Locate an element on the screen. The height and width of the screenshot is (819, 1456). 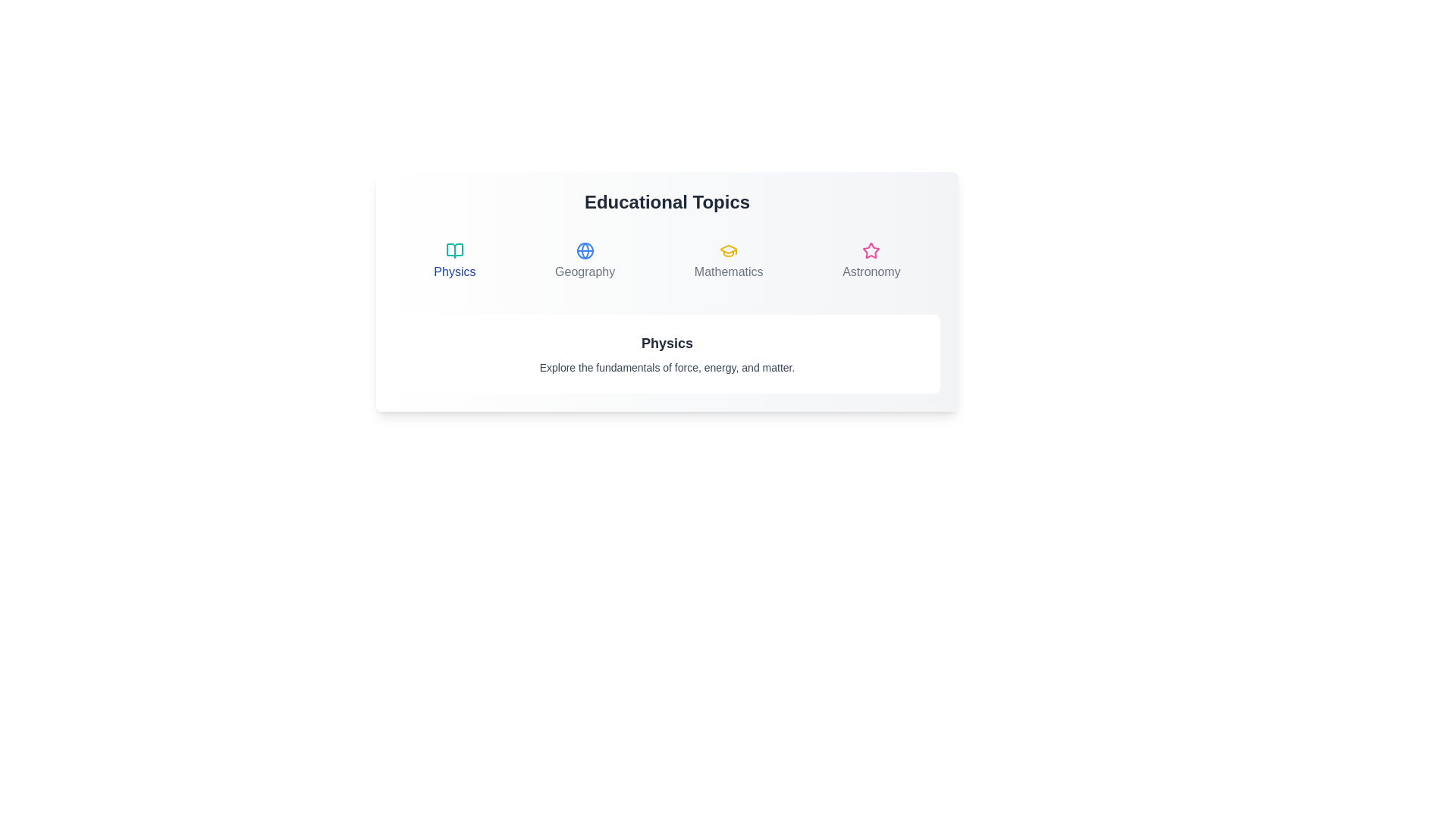
the Physics tab is located at coordinates (453, 260).